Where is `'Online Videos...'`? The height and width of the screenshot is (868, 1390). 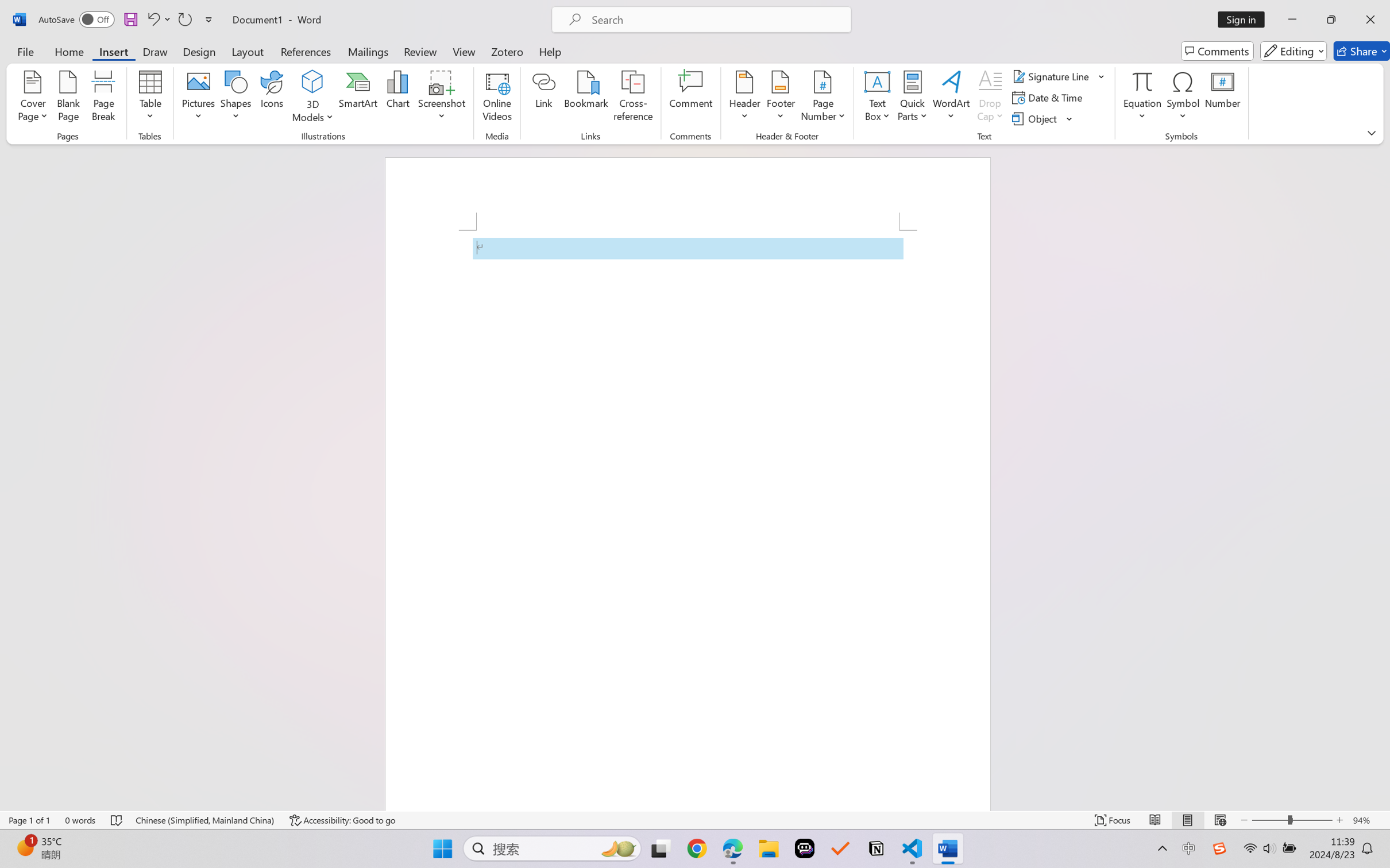
'Online Videos...' is located at coordinates (497, 98).